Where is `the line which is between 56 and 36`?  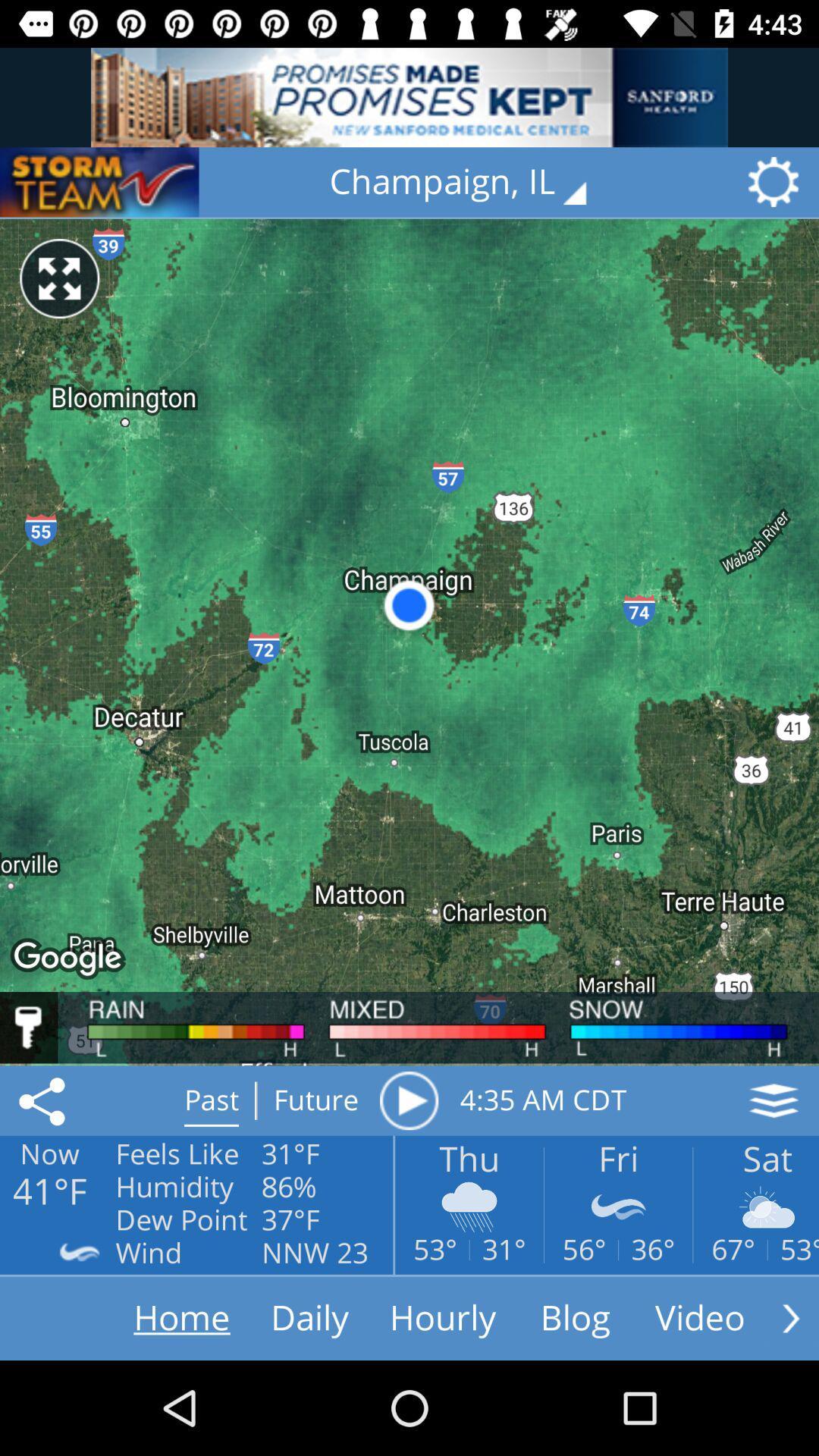 the line which is between 56 and 36 is located at coordinates (618, 1250).